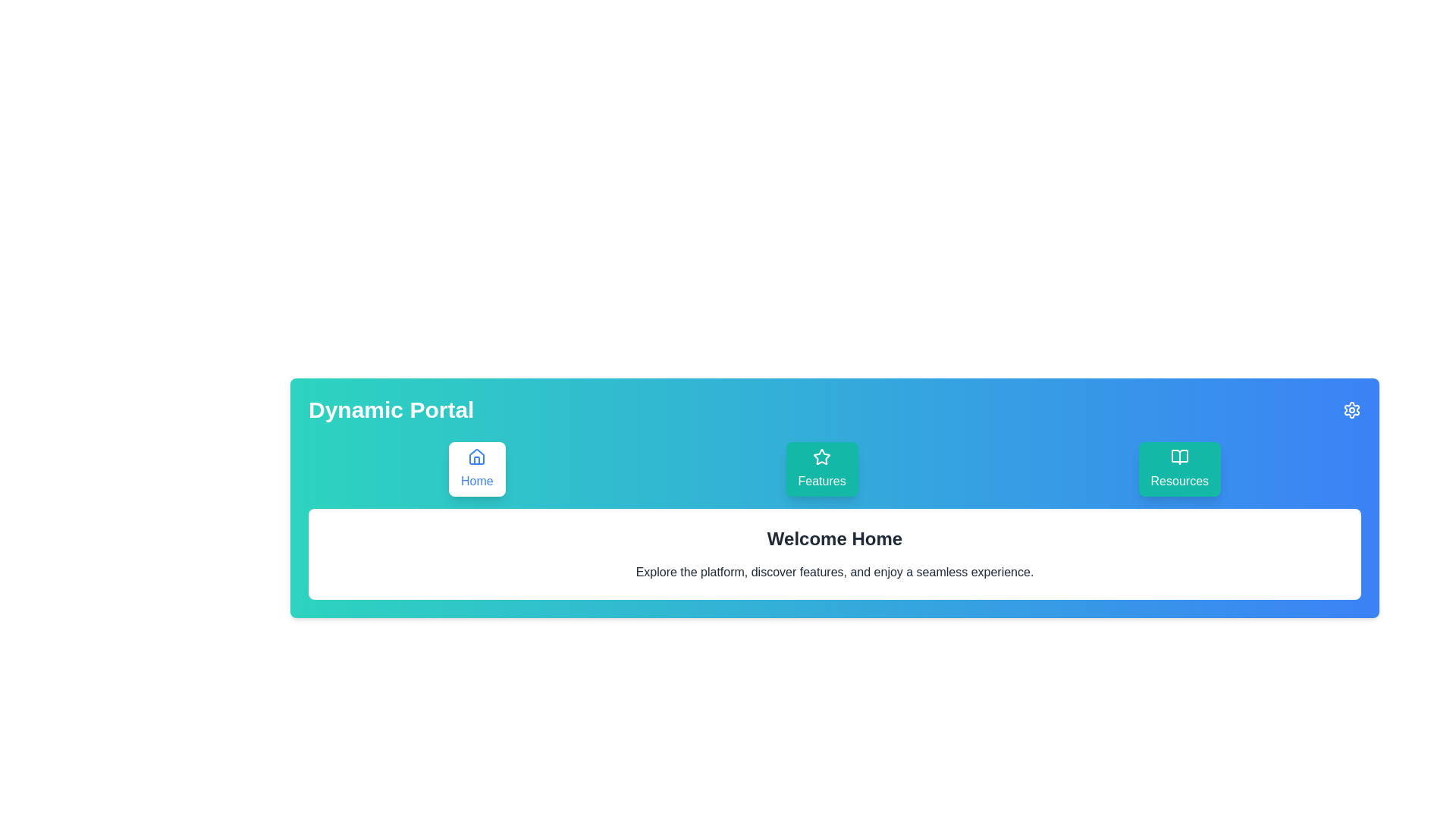  What do you see at coordinates (1178, 468) in the screenshot?
I see `the 'Resources' button located in the top-right section of the navigation bar` at bounding box center [1178, 468].